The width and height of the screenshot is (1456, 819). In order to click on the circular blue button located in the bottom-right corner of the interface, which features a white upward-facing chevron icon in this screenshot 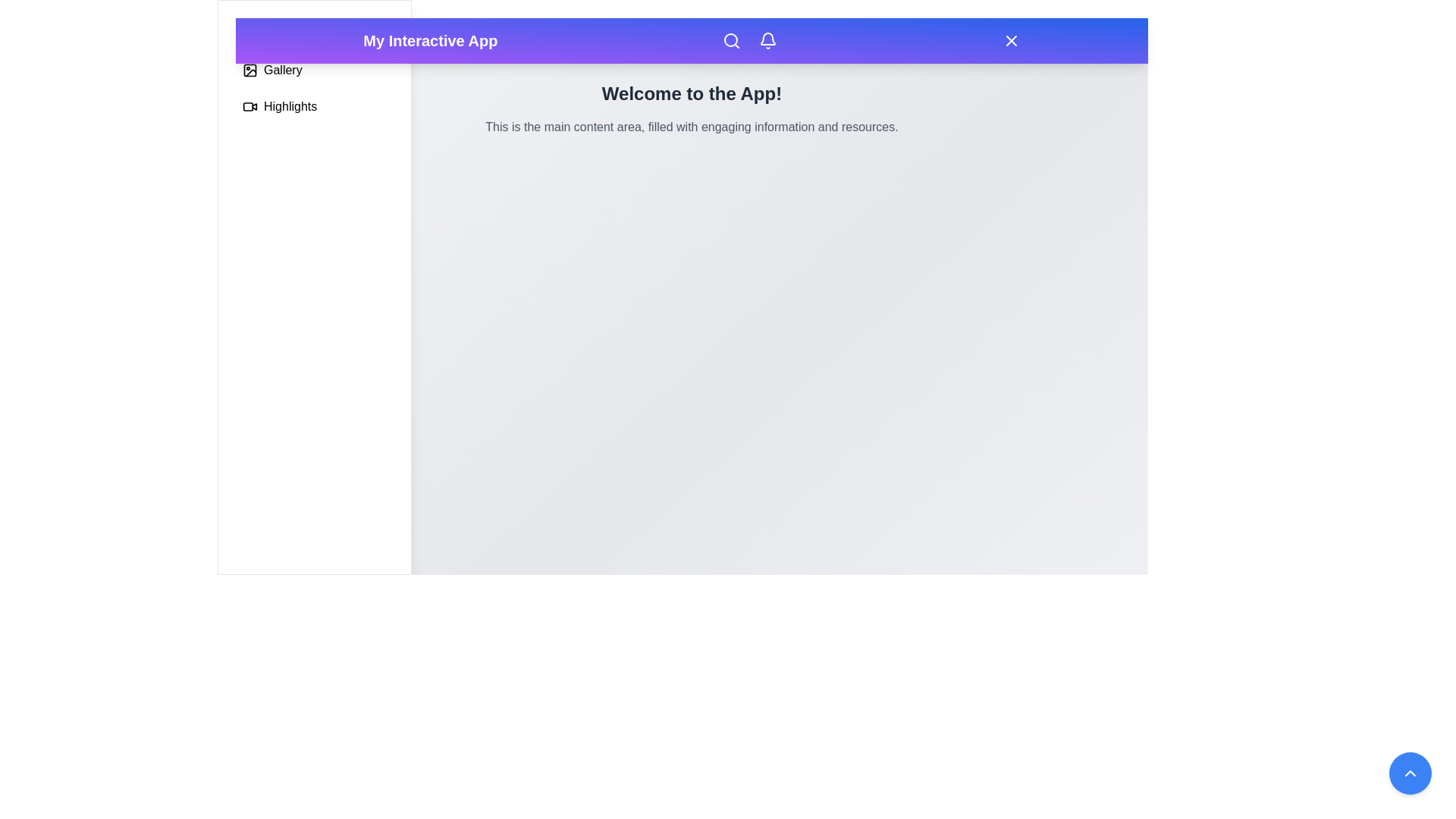, I will do `click(1410, 773)`.